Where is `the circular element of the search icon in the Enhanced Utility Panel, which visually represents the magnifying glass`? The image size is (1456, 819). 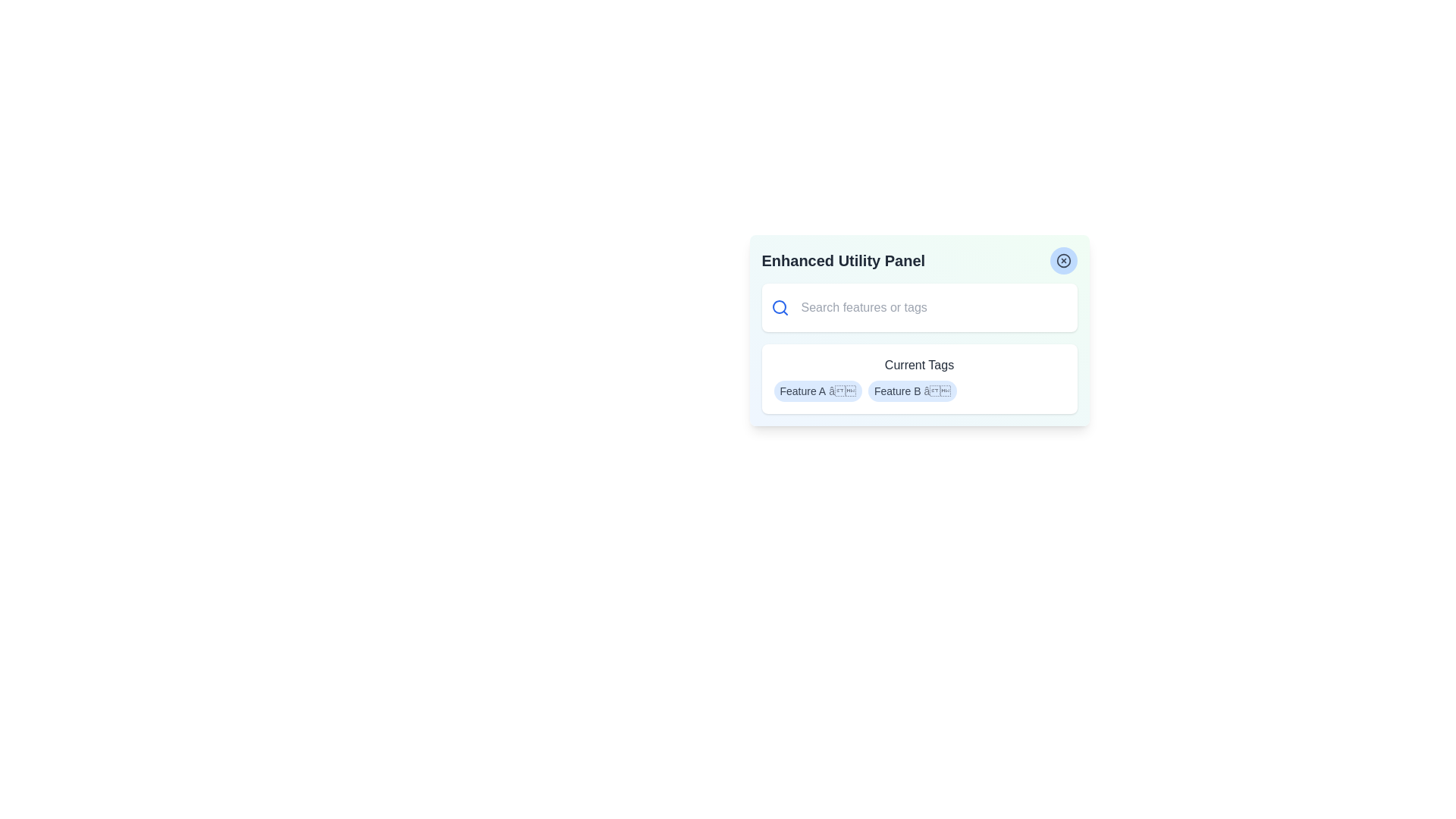 the circular element of the search icon in the Enhanced Utility Panel, which visually represents the magnifying glass is located at coordinates (779, 307).